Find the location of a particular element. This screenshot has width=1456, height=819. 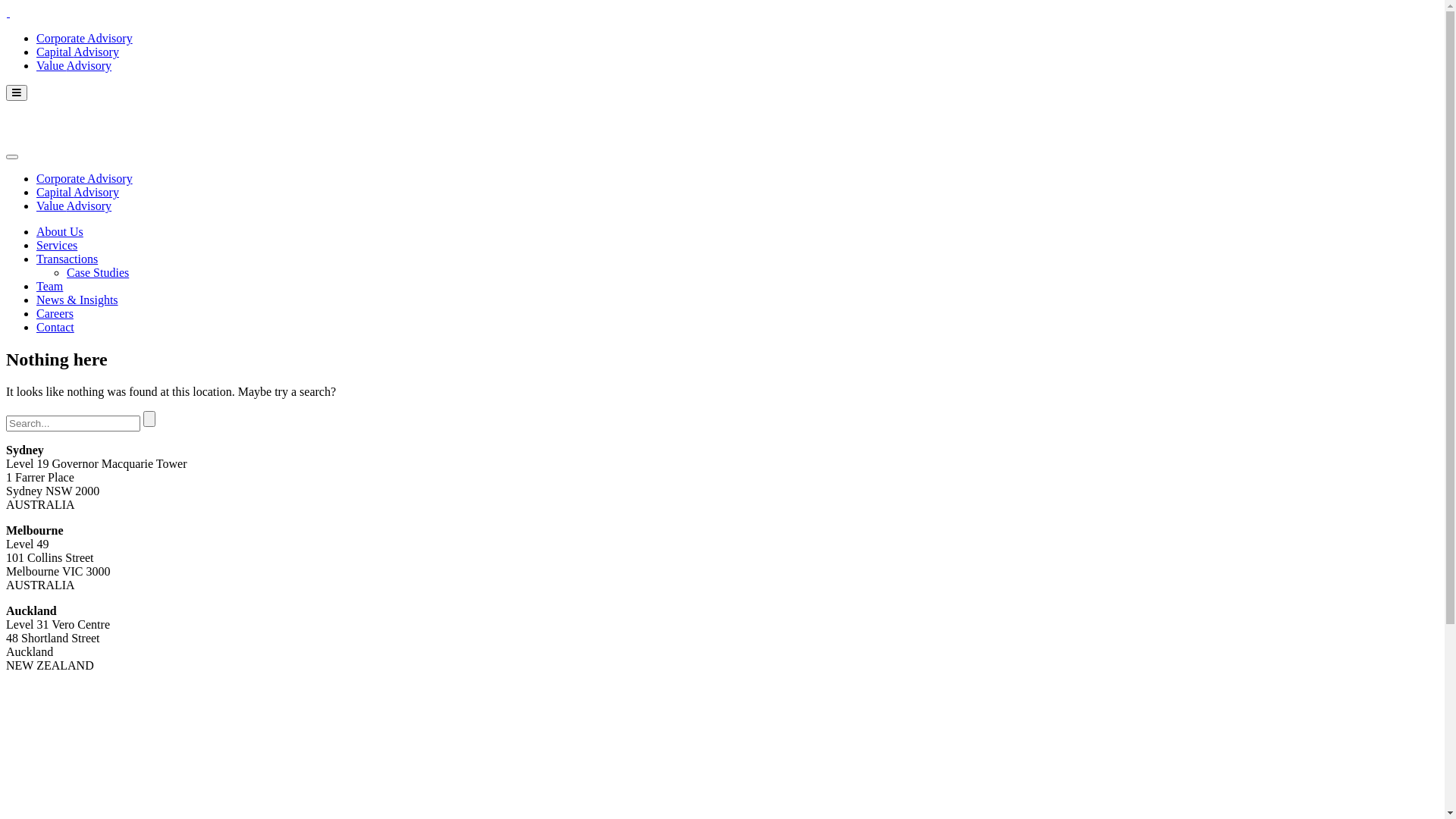

'Capital Advisory' is located at coordinates (77, 51).